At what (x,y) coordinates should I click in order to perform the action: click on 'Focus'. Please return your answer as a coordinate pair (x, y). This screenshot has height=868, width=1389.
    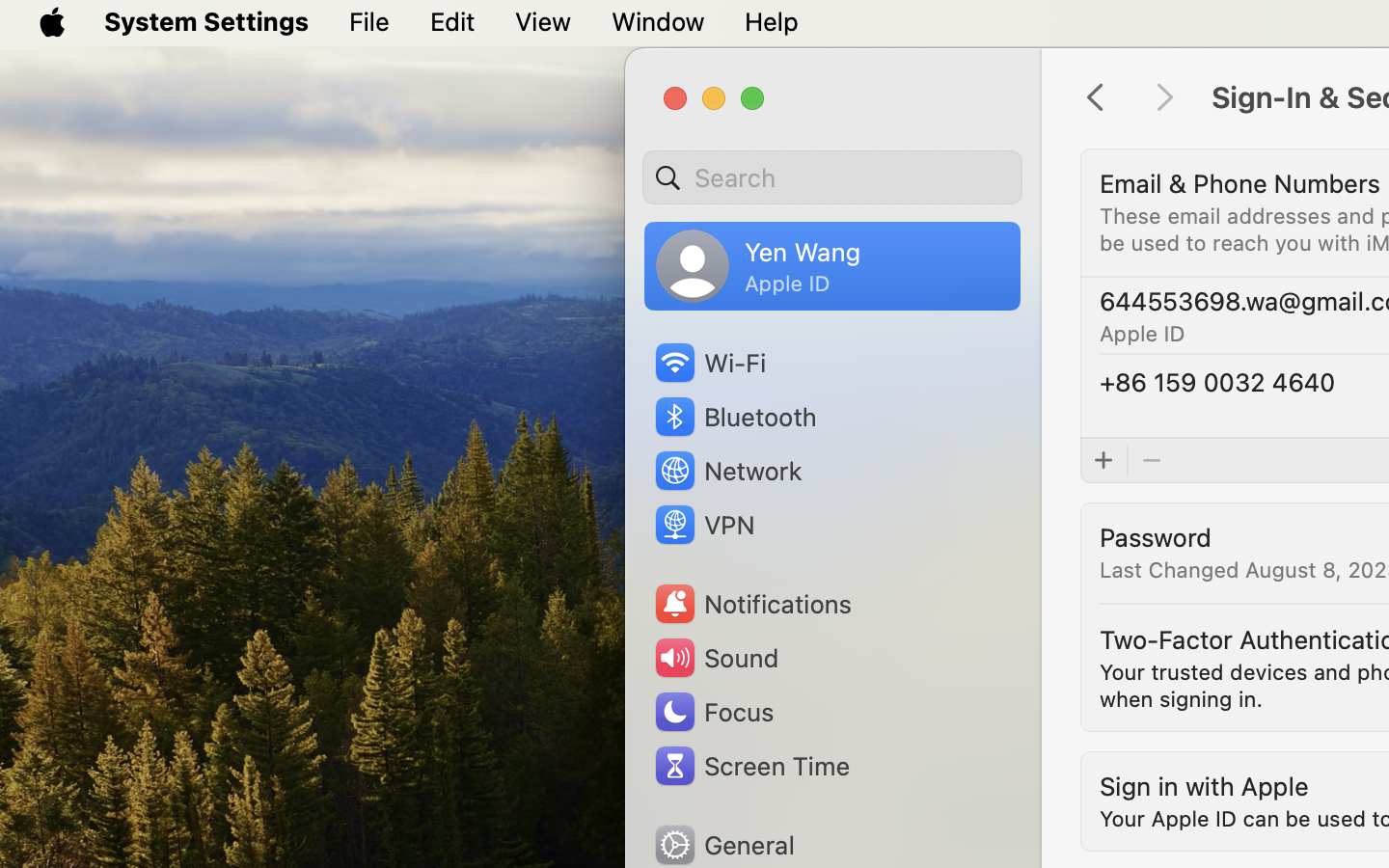
    Looking at the image, I should click on (712, 711).